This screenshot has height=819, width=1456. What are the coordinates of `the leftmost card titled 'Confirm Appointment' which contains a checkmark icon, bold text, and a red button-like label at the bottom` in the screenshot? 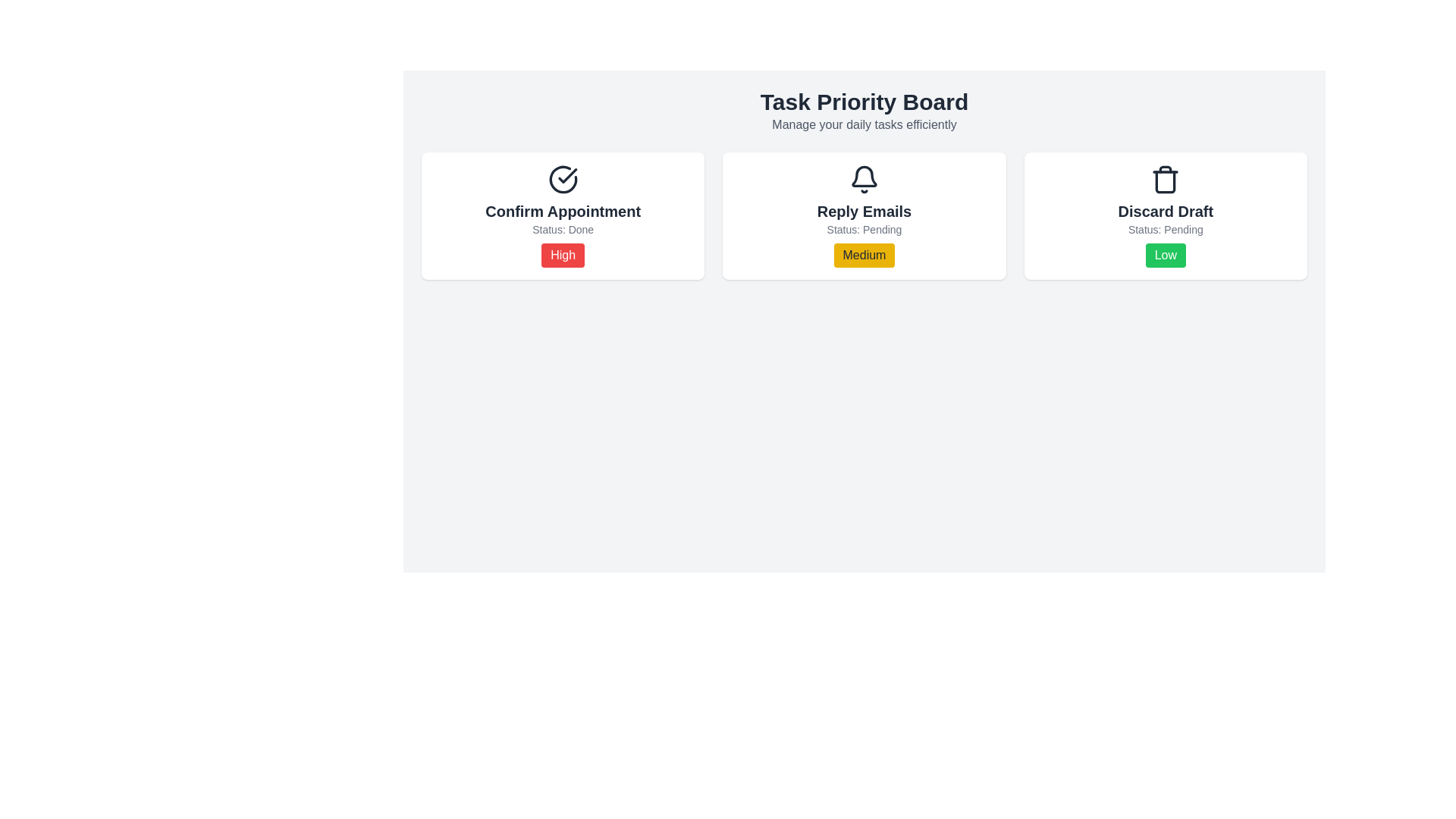 It's located at (562, 216).